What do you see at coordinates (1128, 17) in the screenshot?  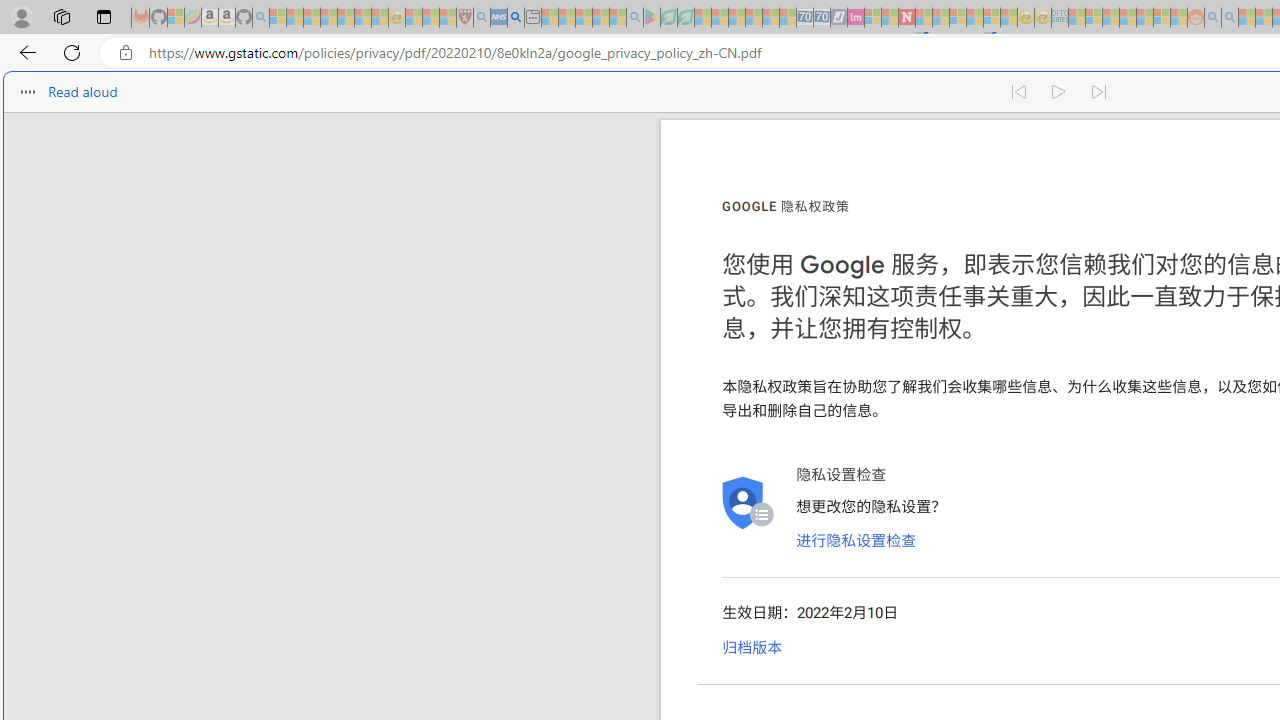 I see `'Expert Portfolios - Sleeping'` at bounding box center [1128, 17].